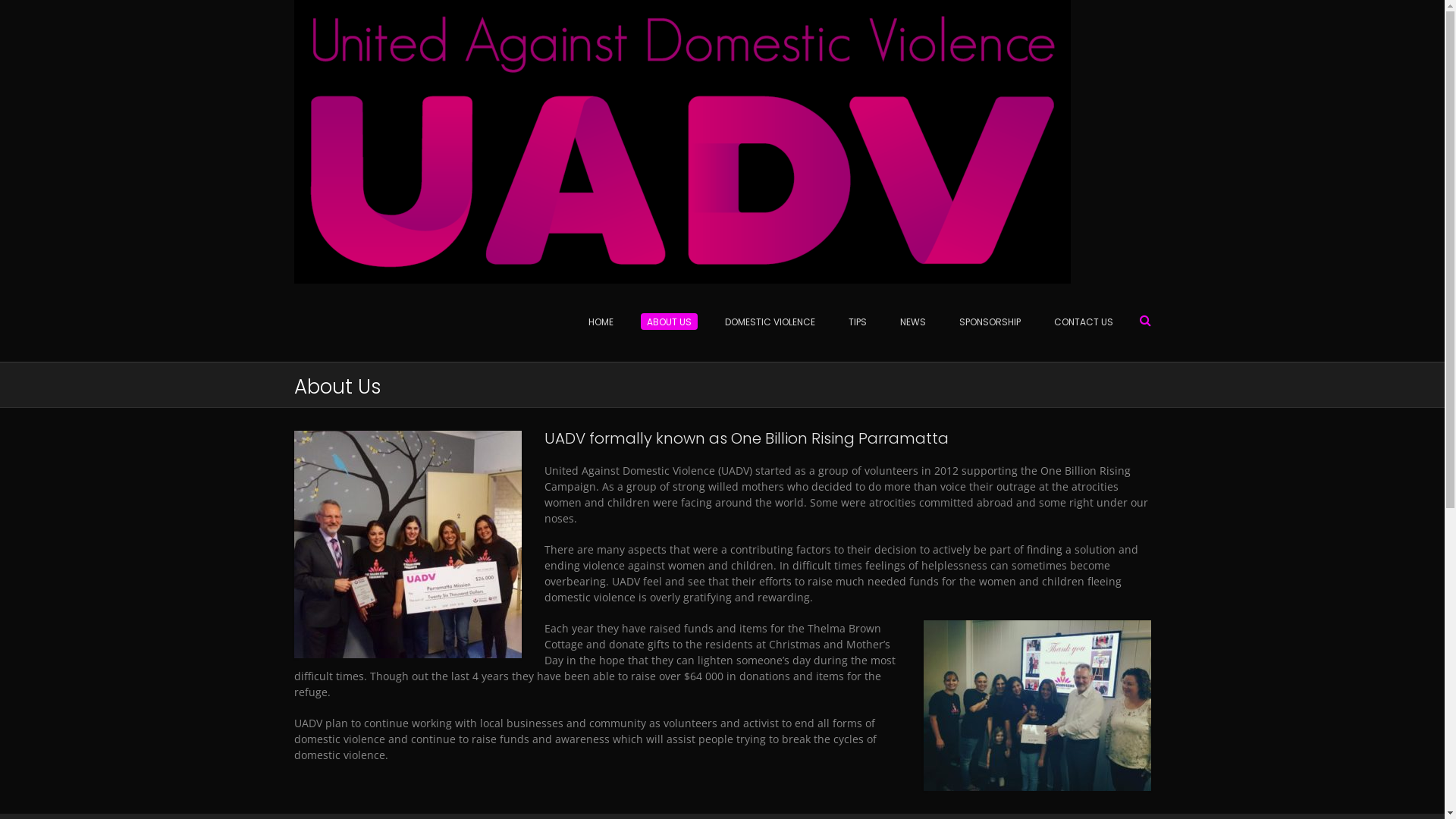  What do you see at coordinates (570, 322) in the screenshot?
I see `'HOME'` at bounding box center [570, 322].